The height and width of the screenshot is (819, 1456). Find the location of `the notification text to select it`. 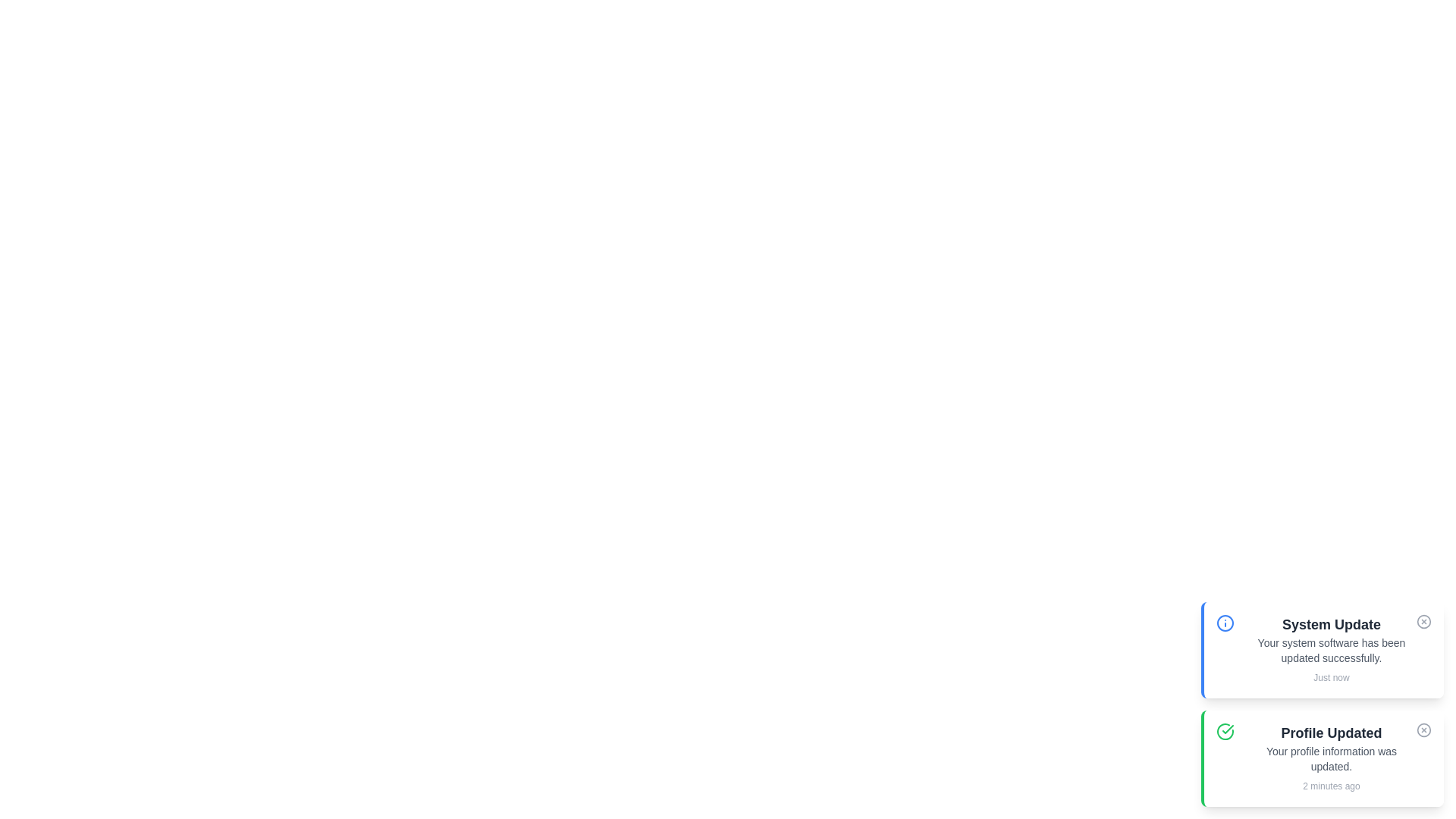

the notification text to select it is located at coordinates (1331, 648).